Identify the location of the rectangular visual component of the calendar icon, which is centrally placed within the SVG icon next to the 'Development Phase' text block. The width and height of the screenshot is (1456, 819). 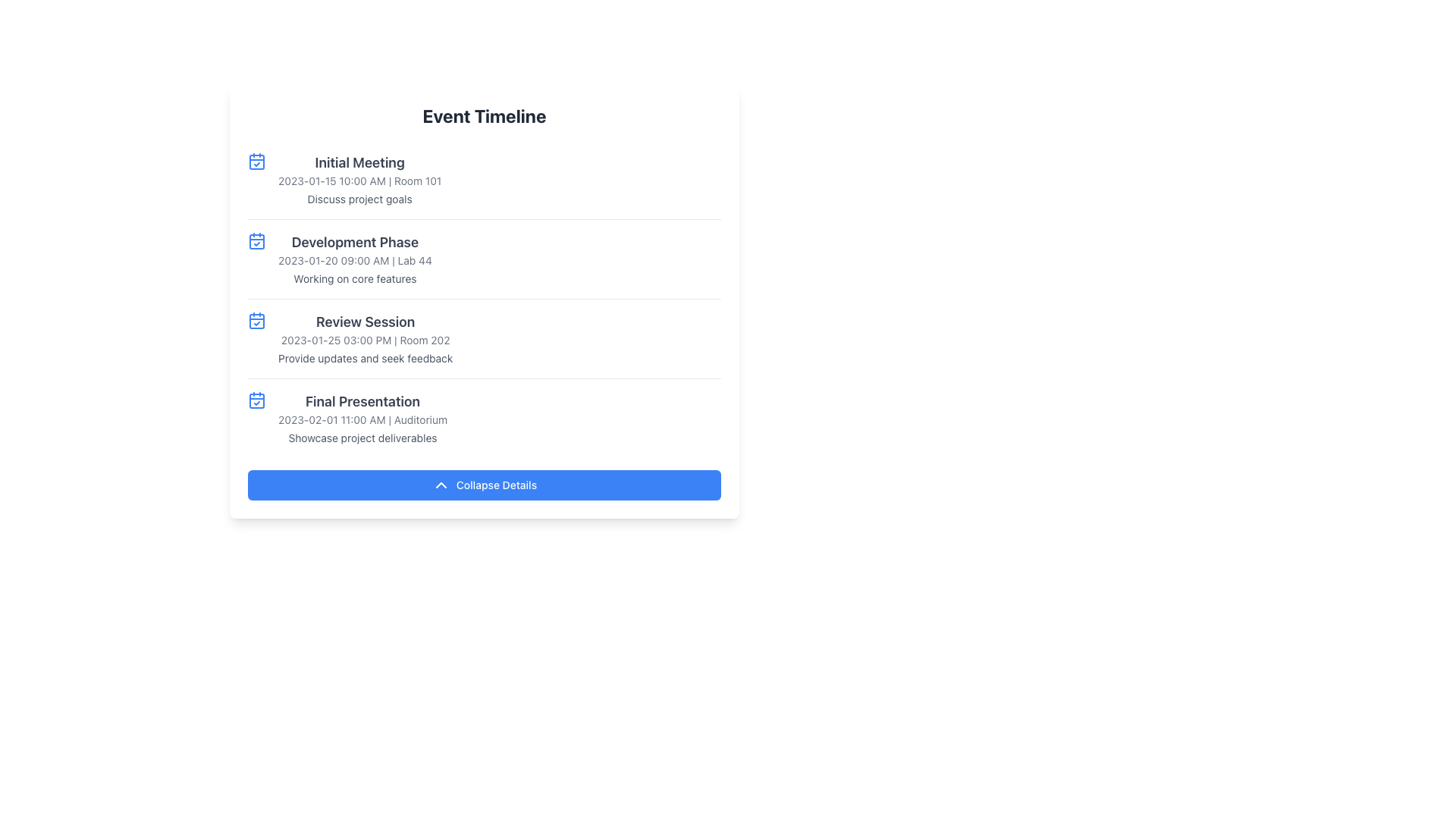
(257, 162).